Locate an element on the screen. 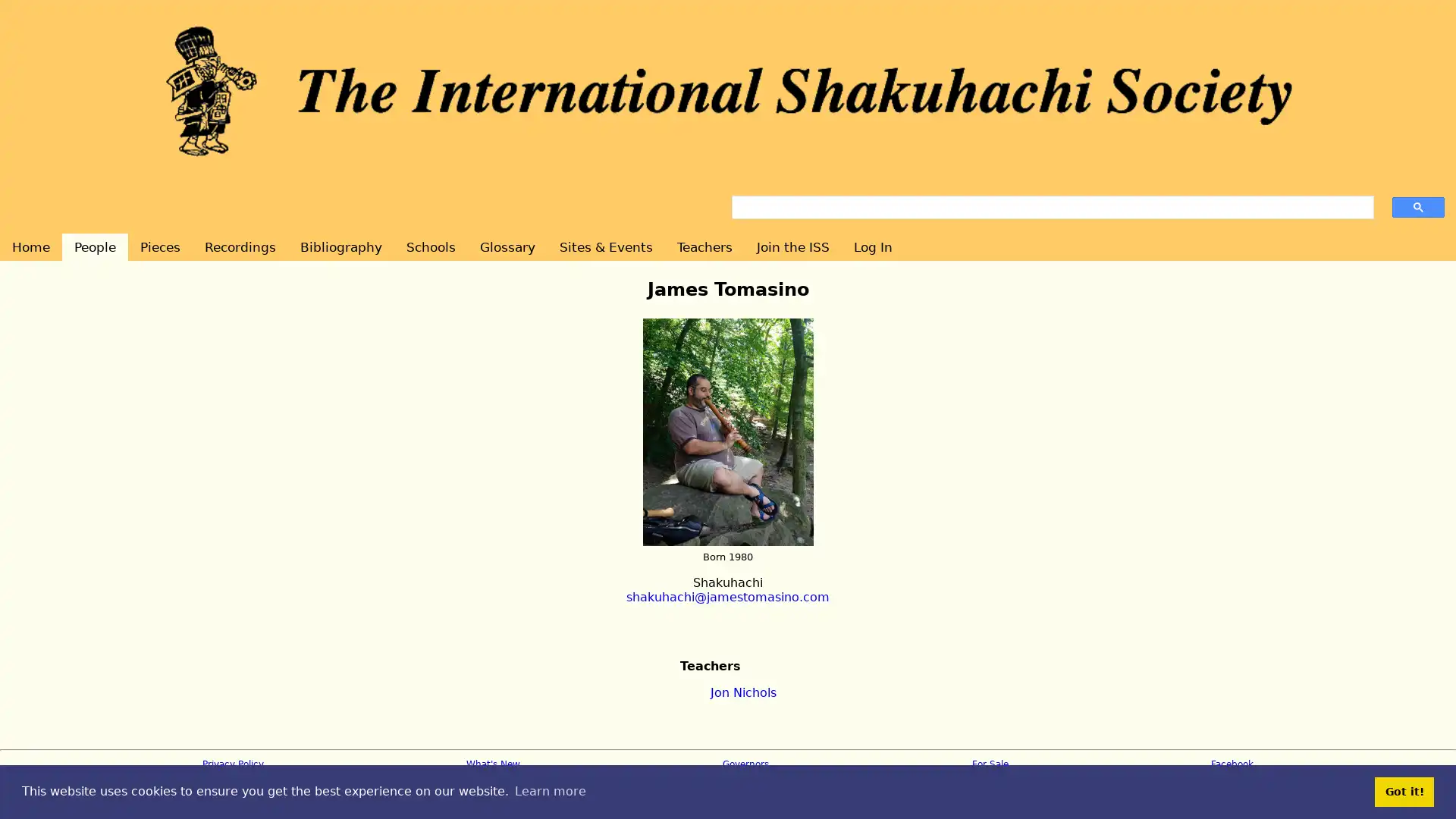 This screenshot has height=819, width=1456. search is located at coordinates (1417, 206).